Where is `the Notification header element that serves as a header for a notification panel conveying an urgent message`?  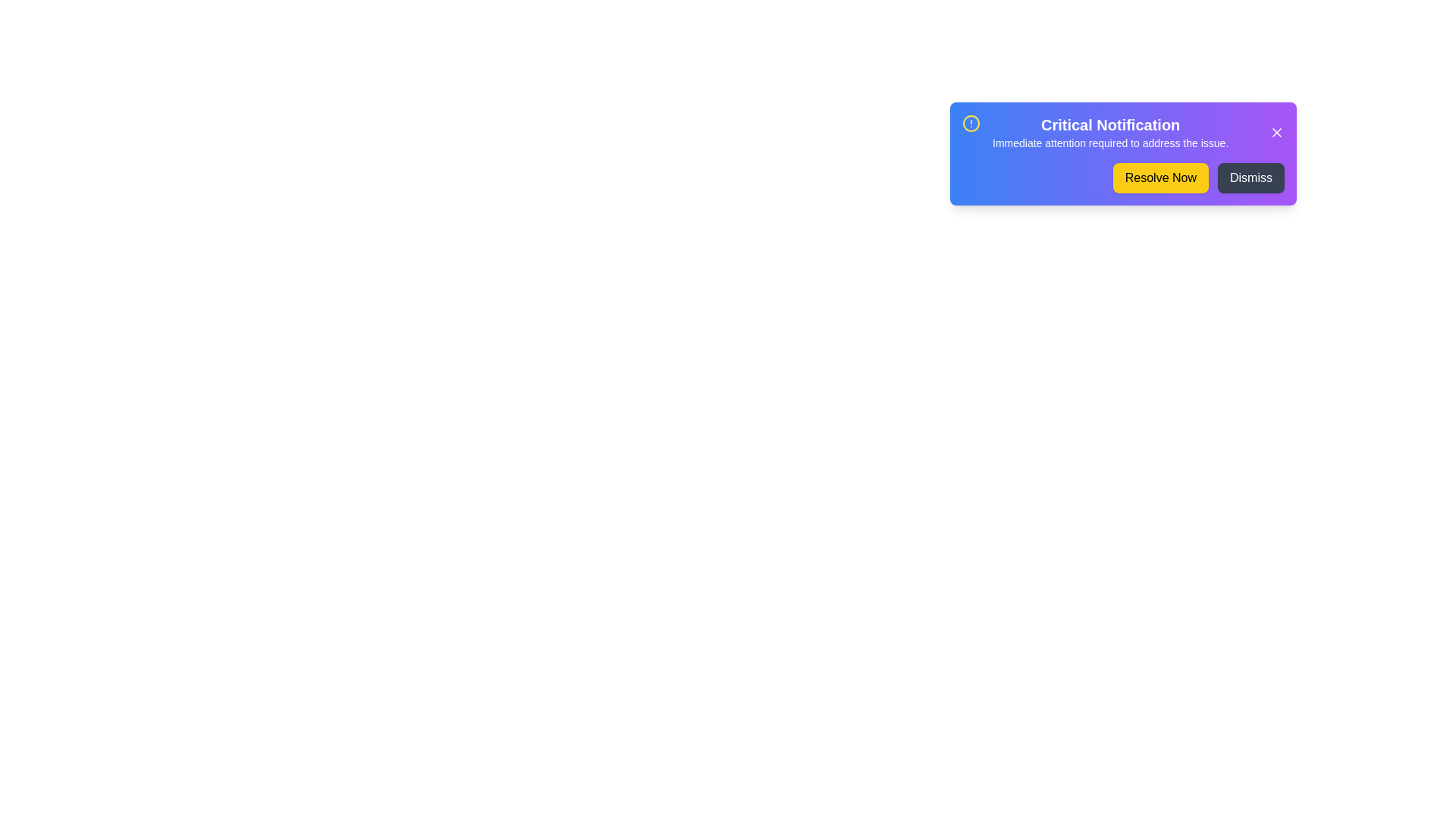
the Notification header element that serves as a header for a notification panel conveying an urgent message is located at coordinates (1123, 131).